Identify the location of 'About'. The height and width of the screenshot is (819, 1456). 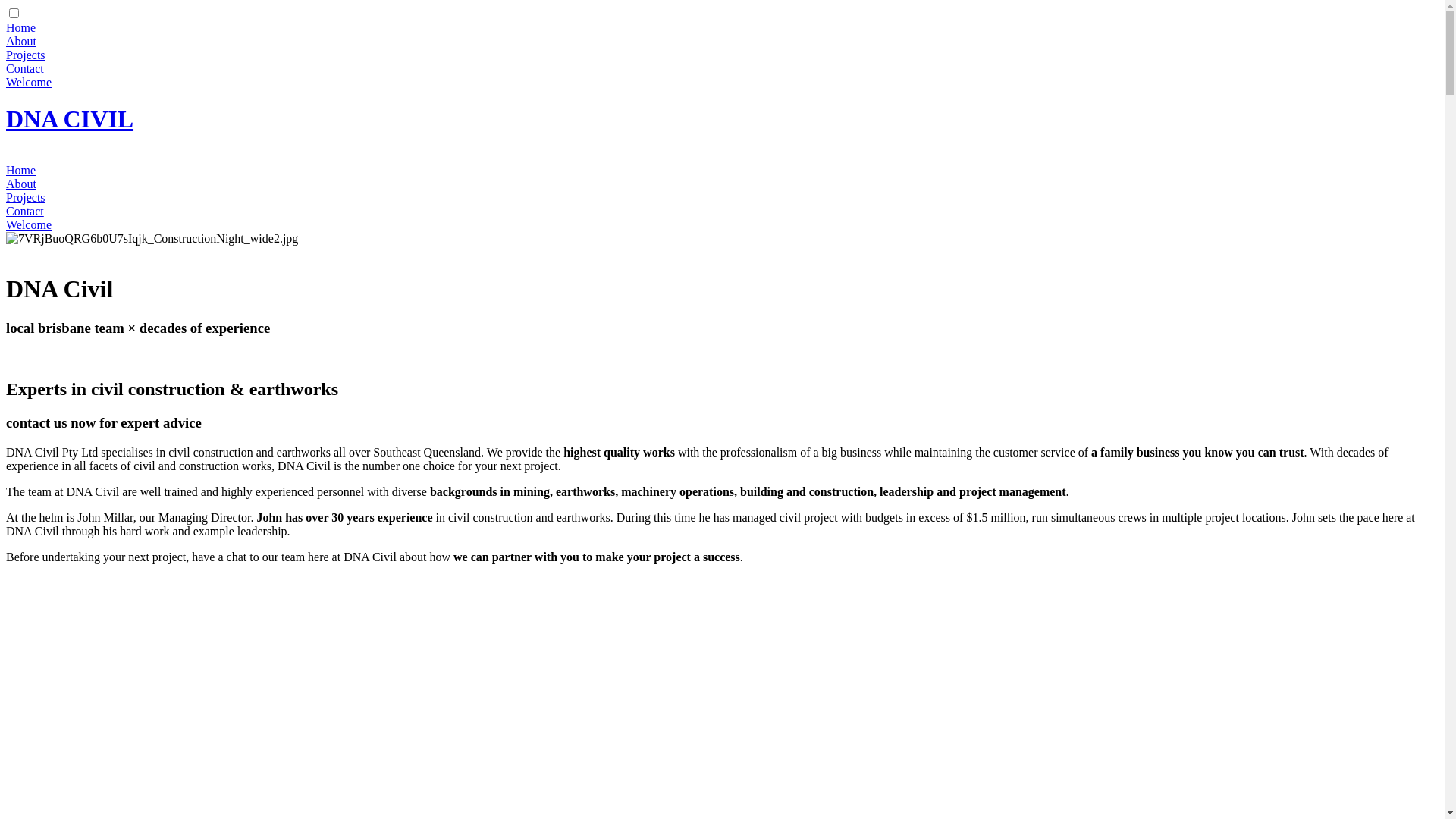
(6, 40).